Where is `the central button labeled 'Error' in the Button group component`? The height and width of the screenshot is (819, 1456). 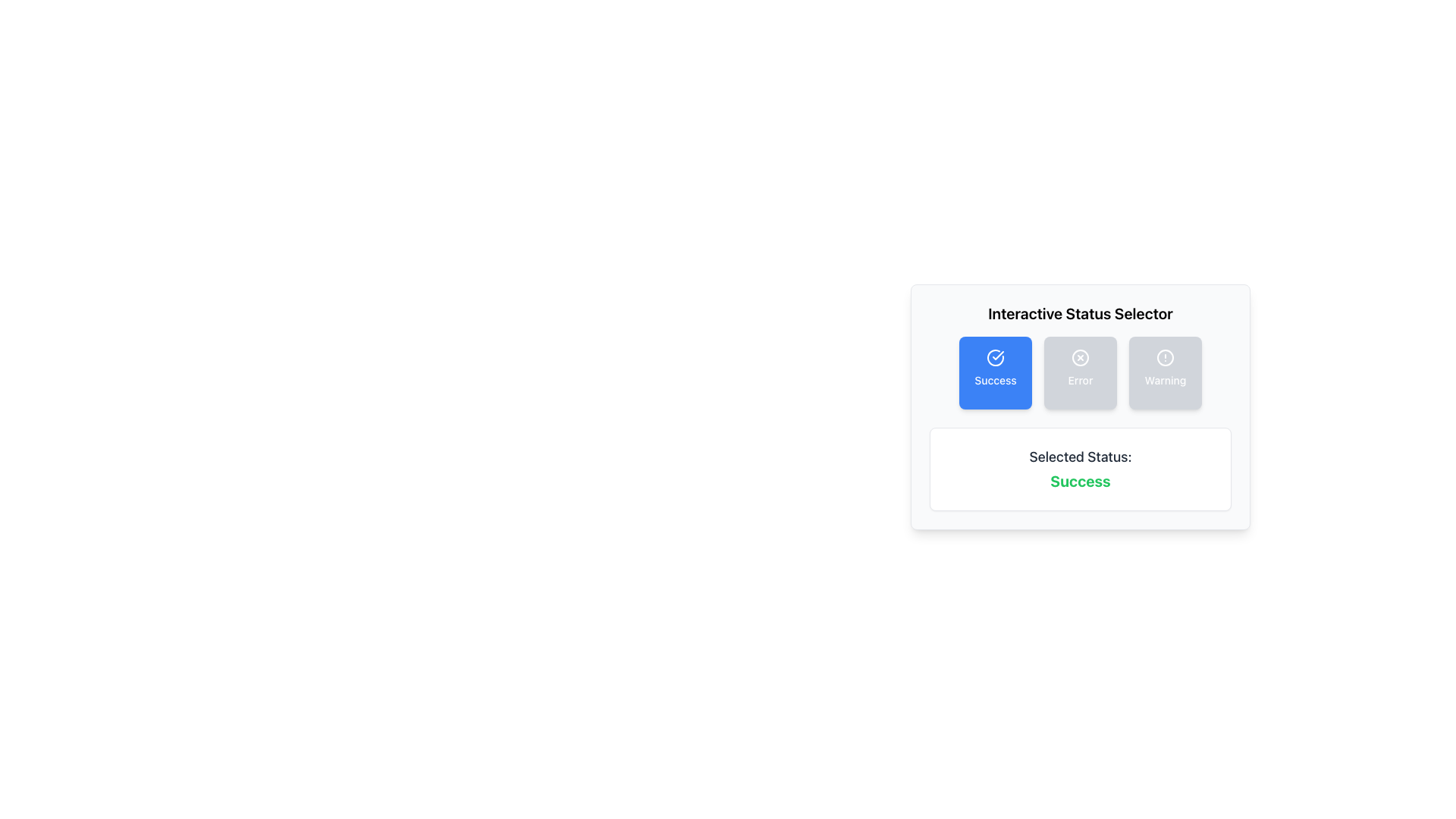 the central button labeled 'Error' in the Button group component is located at coordinates (1080, 406).